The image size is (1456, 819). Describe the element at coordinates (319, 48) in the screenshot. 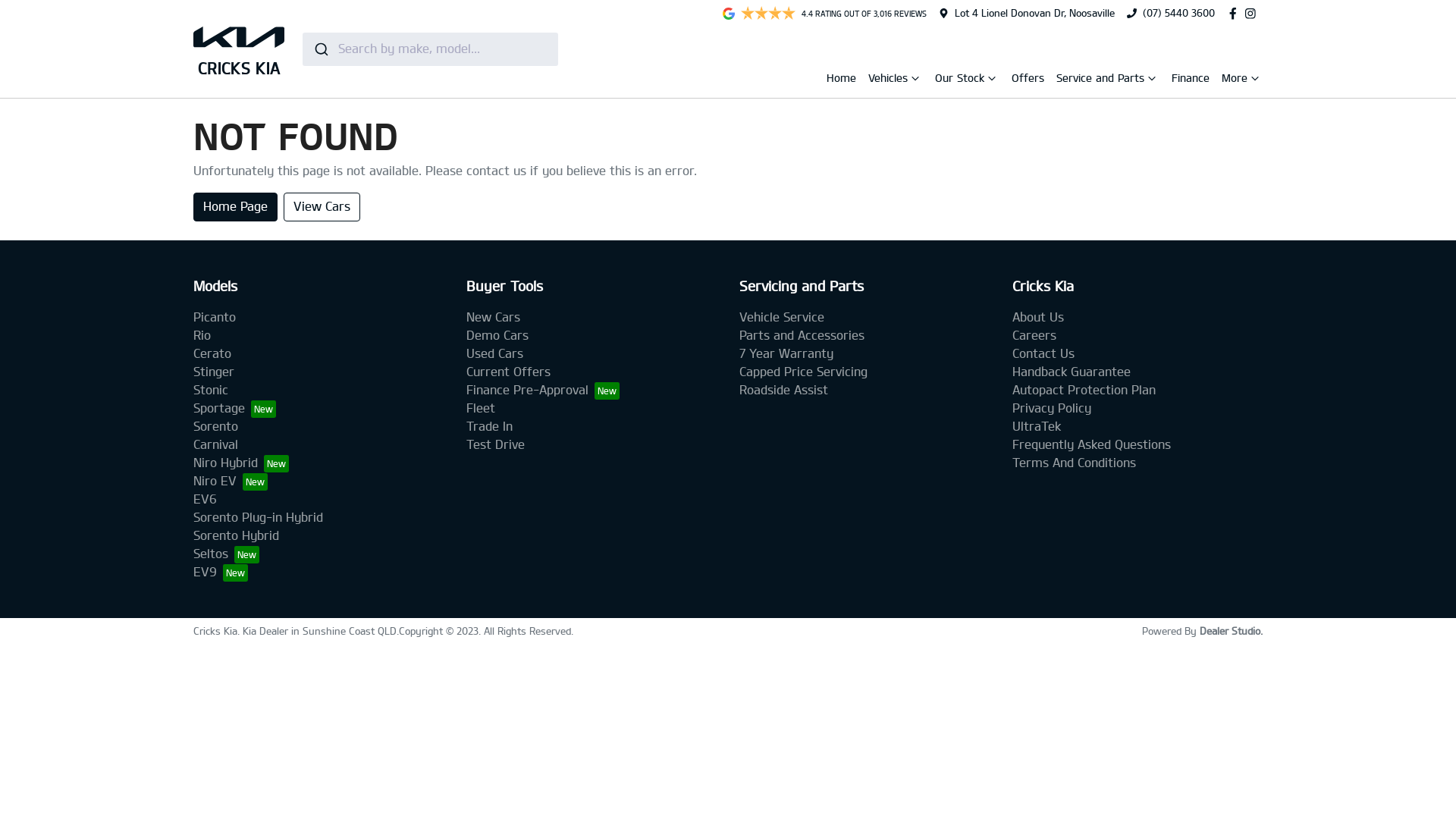

I see `'Submit'` at that location.